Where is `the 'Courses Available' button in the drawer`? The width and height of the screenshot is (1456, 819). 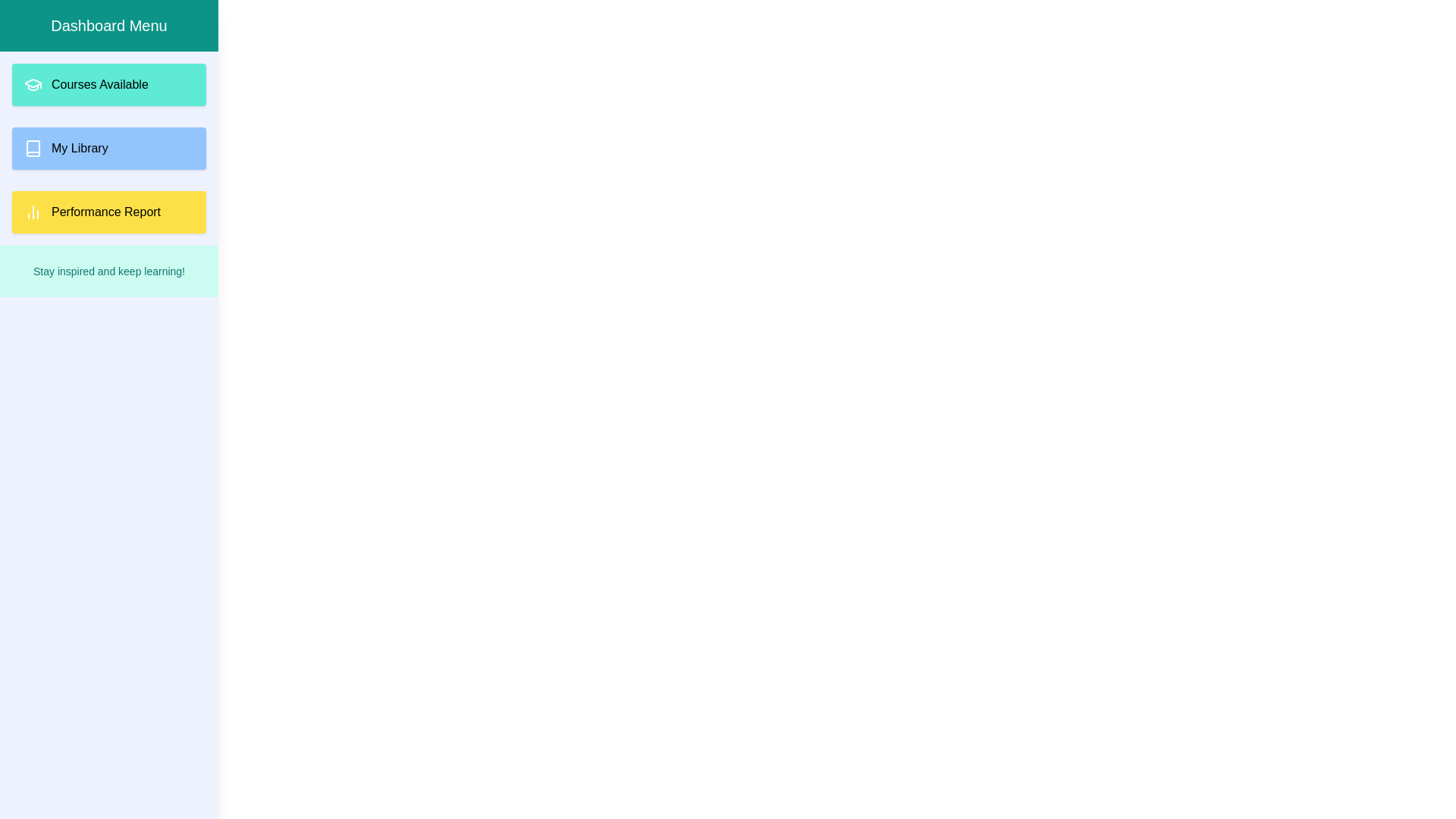 the 'Courses Available' button in the drawer is located at coordinates (108, 84).